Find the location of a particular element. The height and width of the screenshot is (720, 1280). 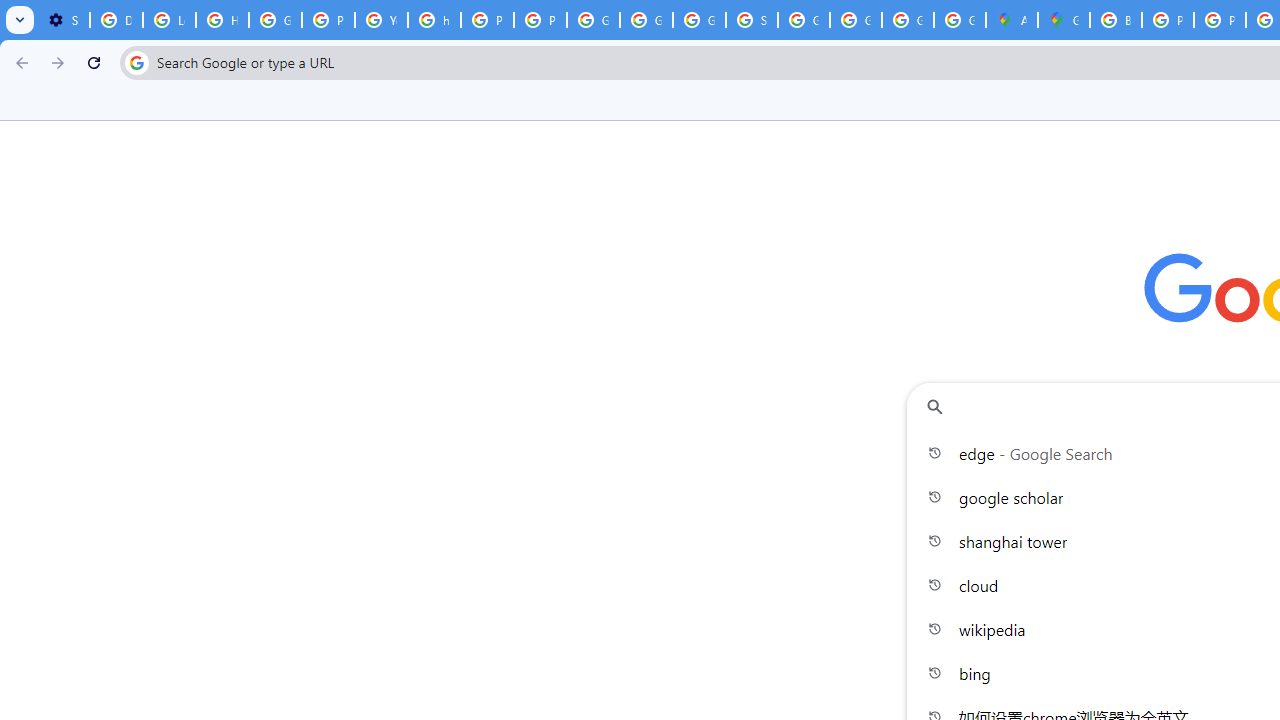

'Privacy Help Center - Policies Help' is located at coordinates (1168, 20).